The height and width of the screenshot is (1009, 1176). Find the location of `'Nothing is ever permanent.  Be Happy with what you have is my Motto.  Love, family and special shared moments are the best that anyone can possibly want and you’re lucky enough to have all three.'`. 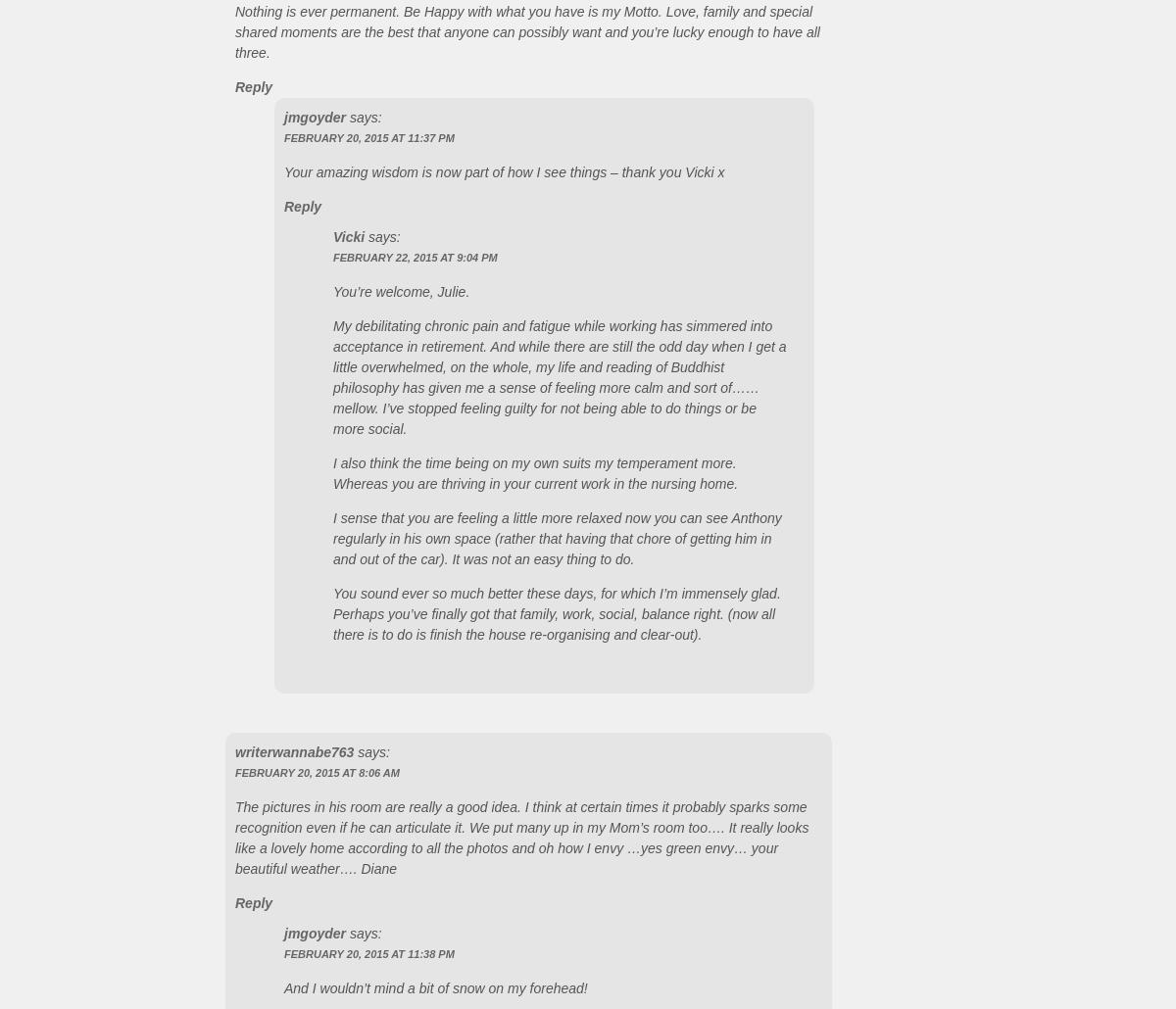

'Nothing is ever permanent.  Be Happy with what you have is my Motto.  Love, family and special shared moments are the best that anyone can possibly want and you’re lucky enough to have all three.' is located at coordinates (525, 31).